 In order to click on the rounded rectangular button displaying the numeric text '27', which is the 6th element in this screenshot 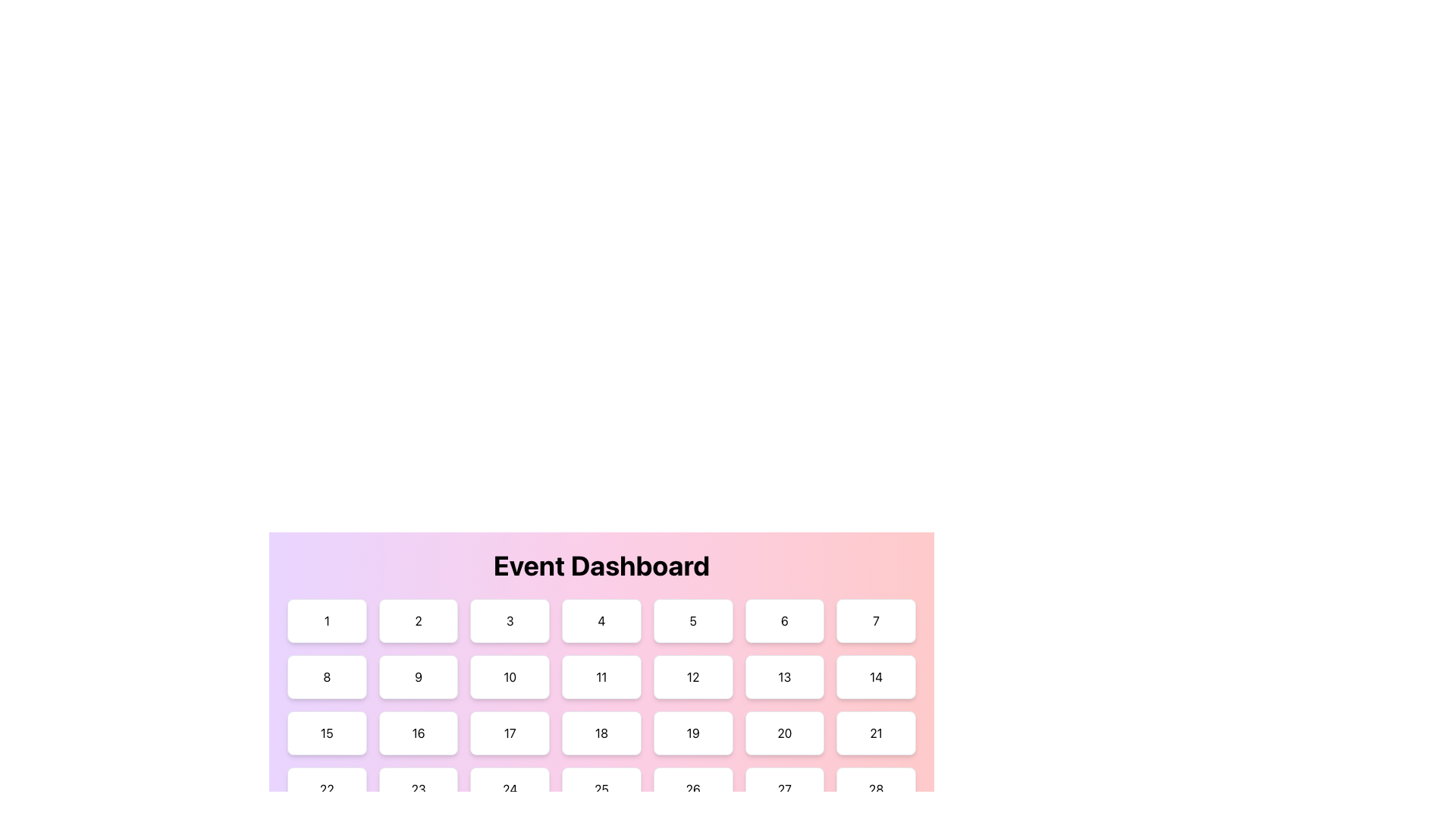, I will do `click(784, 789)`.